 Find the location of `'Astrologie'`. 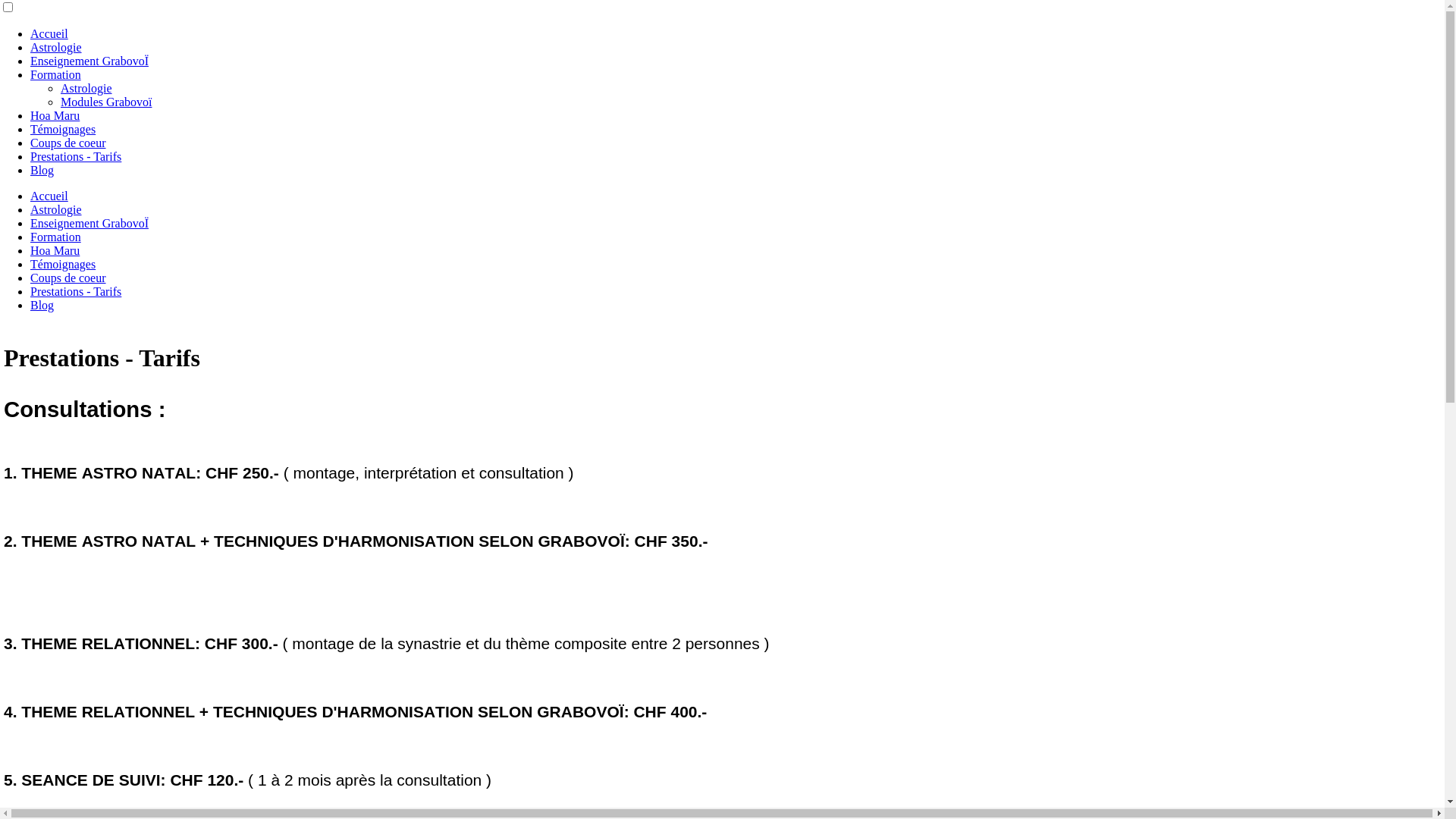

'Astrologie' is located at coordinates (30, 46).